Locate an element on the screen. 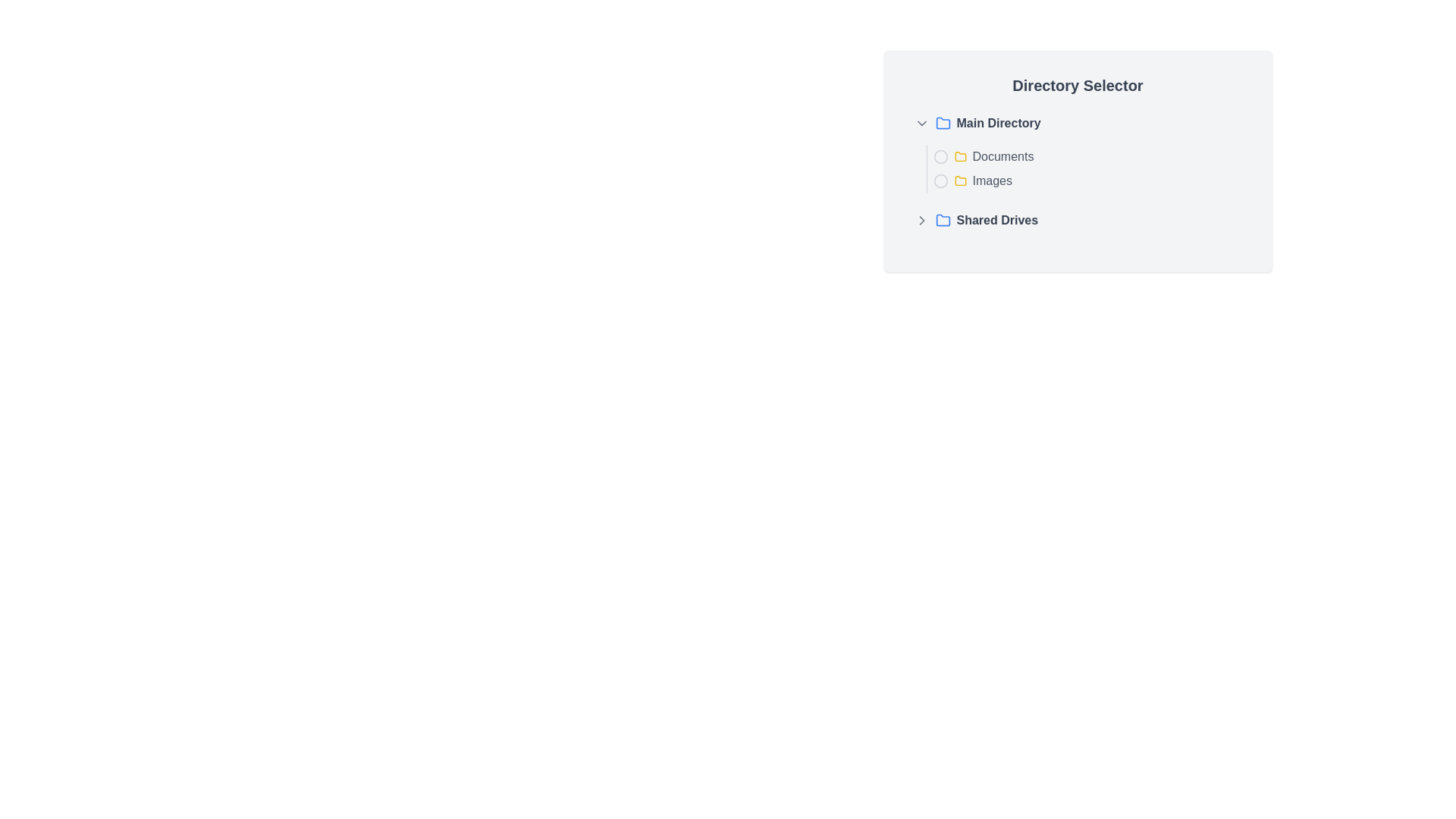  the 'Shared Drives' directory entry located at the bottom of the list under 'Main Directory' is located at coordinates (1077, 220).